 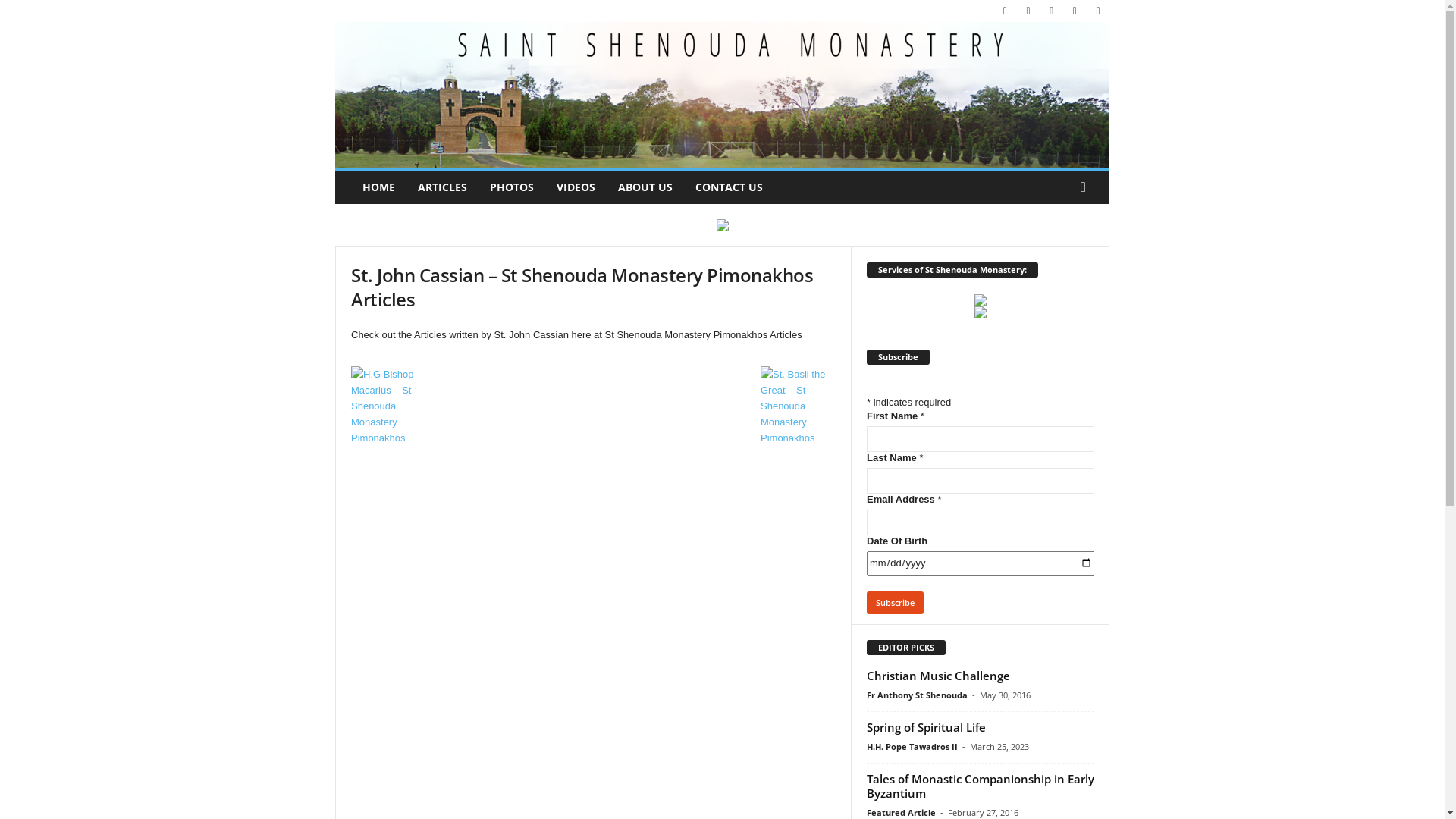 What do you see at coordinates (916, 695) in the screenshot?
I see `'Fr Anthony St Shenouda'` at bounding box center [916, 695].